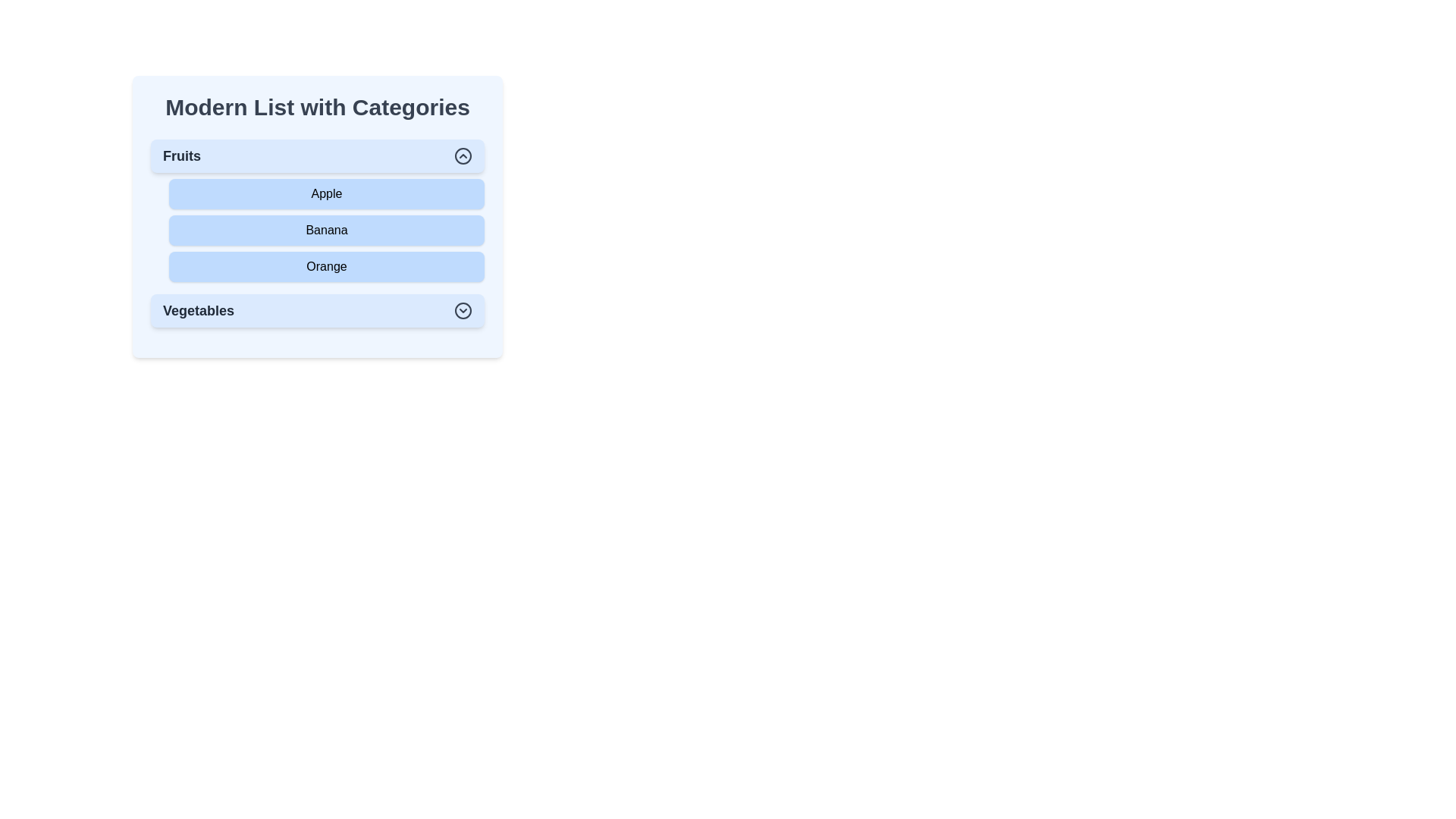 This screenshot has height=819, width=1456. Describe the element at coordinates (326, 193) in the screenshot. I see `the item Apple from the list` at that location.